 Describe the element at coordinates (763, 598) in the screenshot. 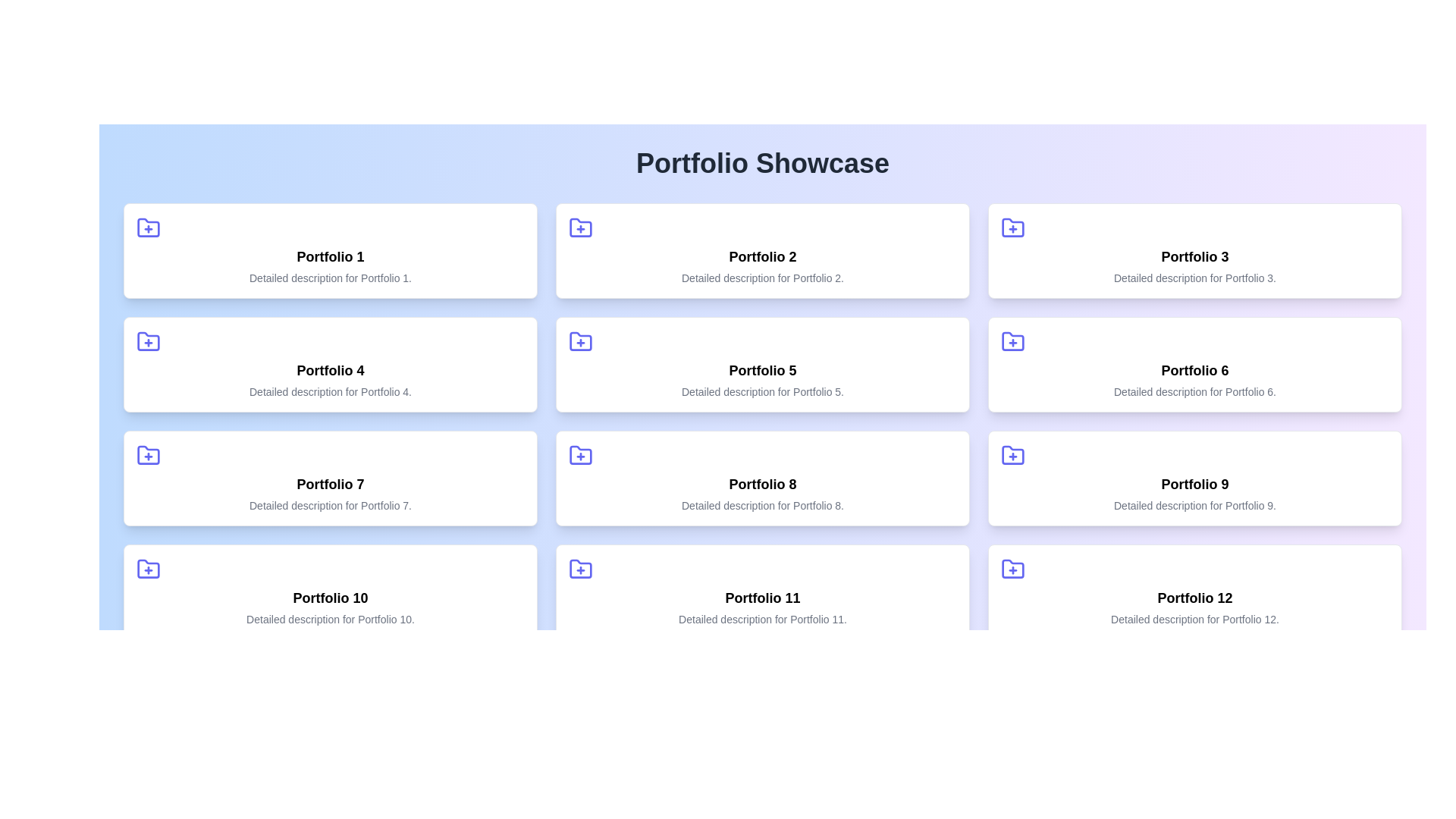

I see `the label displaying the title of the eleventh portfolio item in the grid, which is located inside the eleventh portfolio card, above the detailed description text` at that location.